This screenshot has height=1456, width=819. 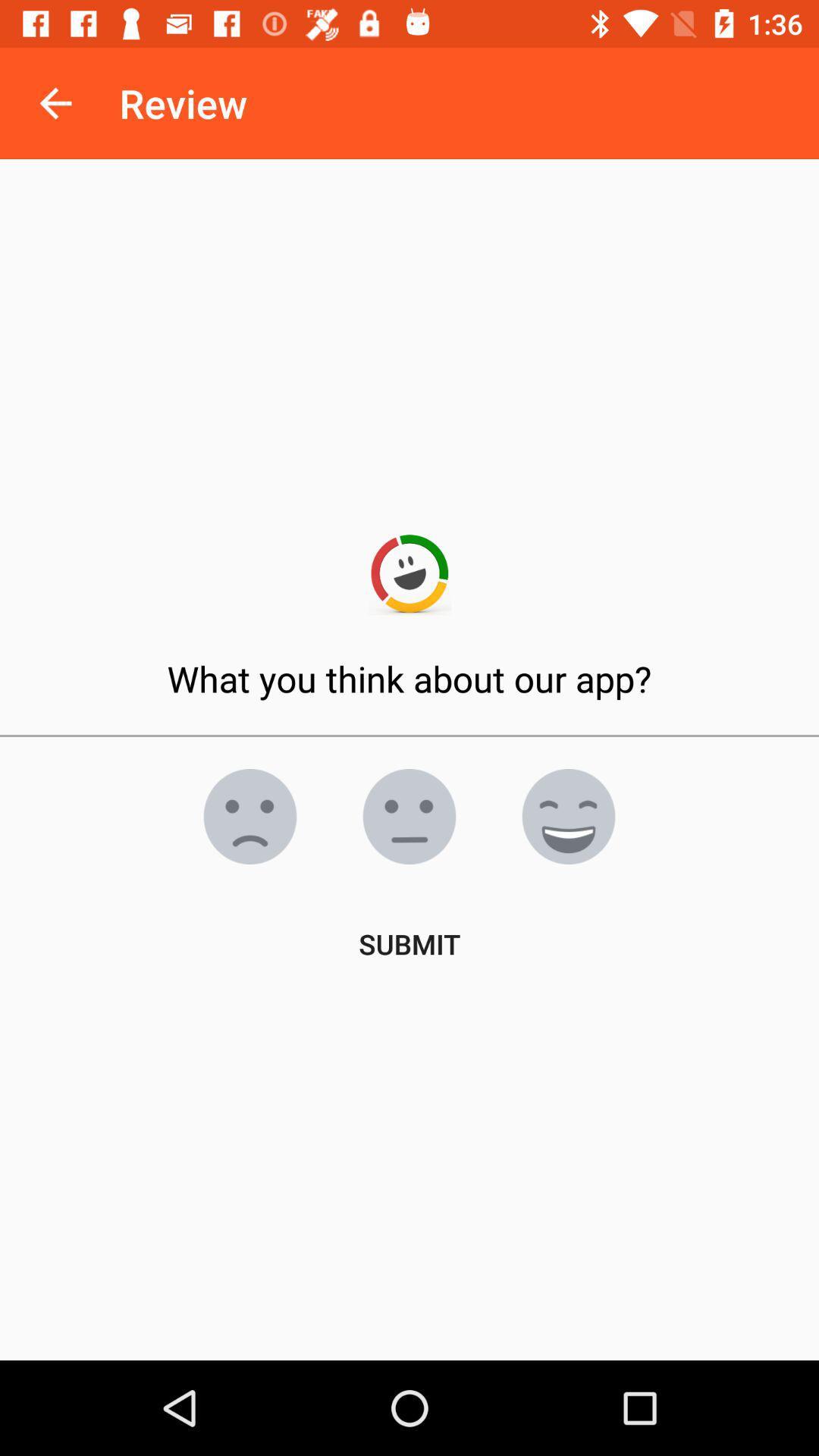 I want to click on the emoji icon, so click(x=568, y=815).